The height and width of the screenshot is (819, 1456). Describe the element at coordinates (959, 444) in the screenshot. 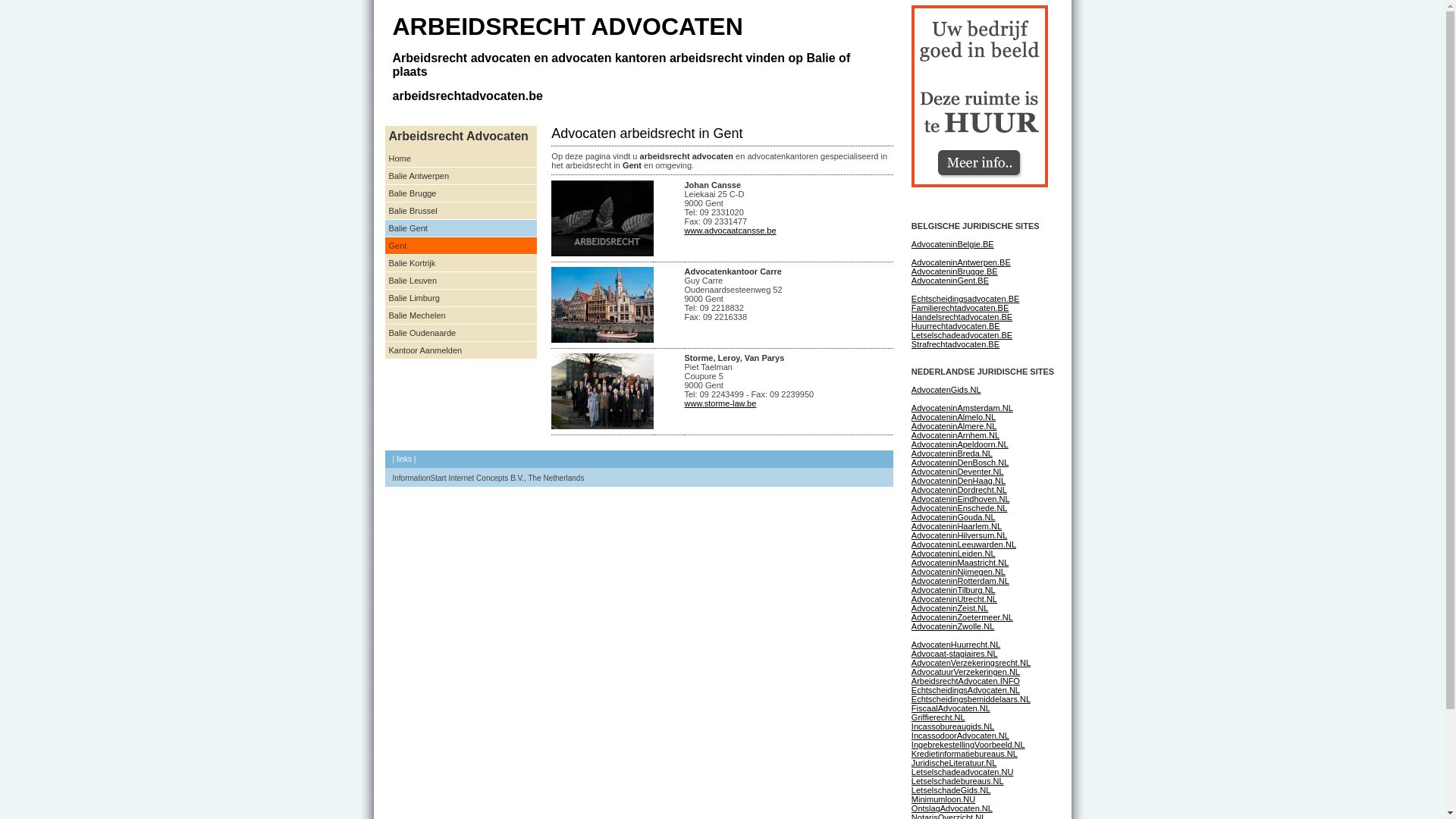

I see `'AdvocateninApeldoorn.NL'` at that location.